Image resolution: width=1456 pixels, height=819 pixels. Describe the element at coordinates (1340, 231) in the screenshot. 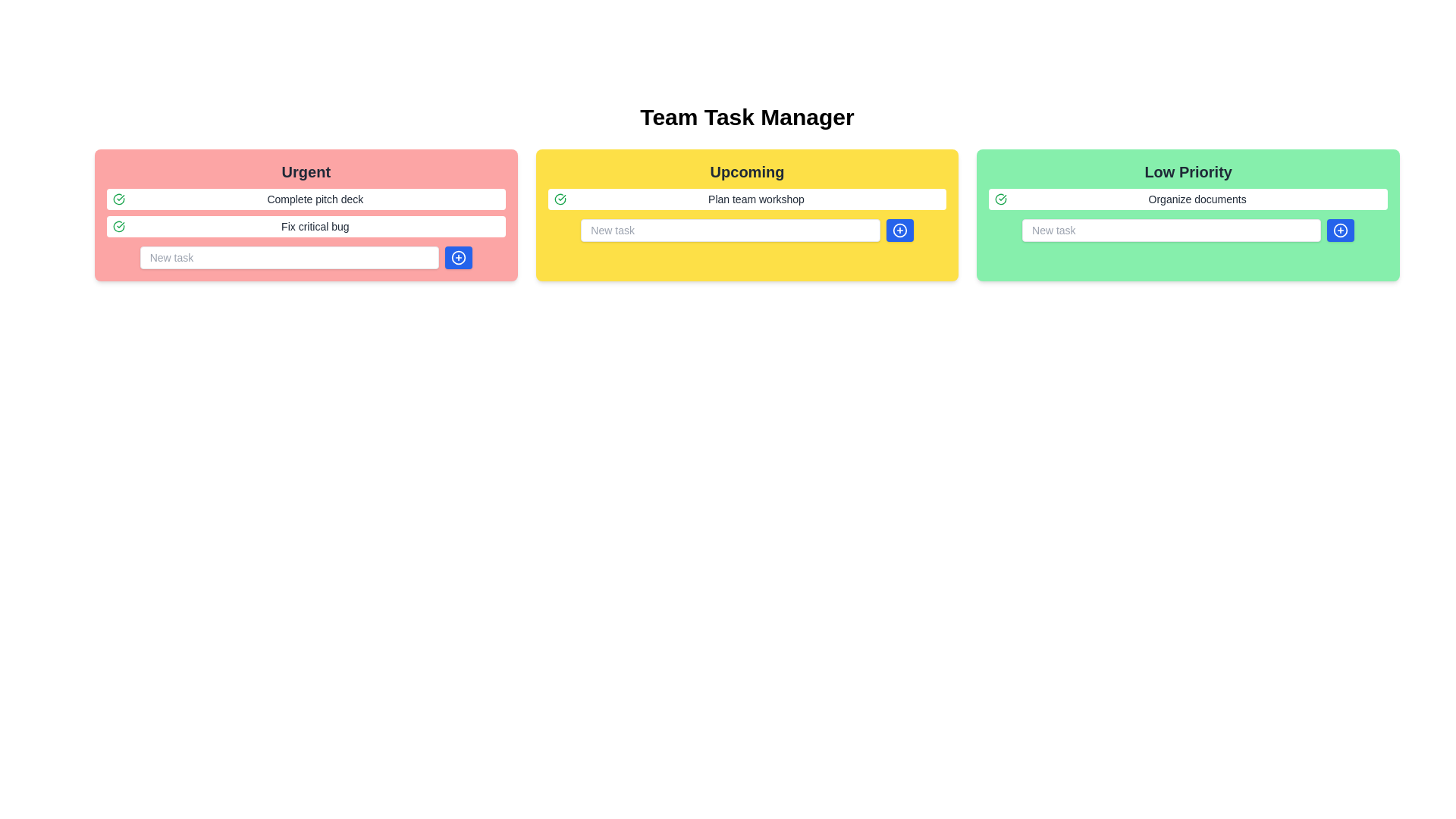

I see `the Circle icon within the button located in the rightmost green panel labeled 'Low Priority'` at that location.